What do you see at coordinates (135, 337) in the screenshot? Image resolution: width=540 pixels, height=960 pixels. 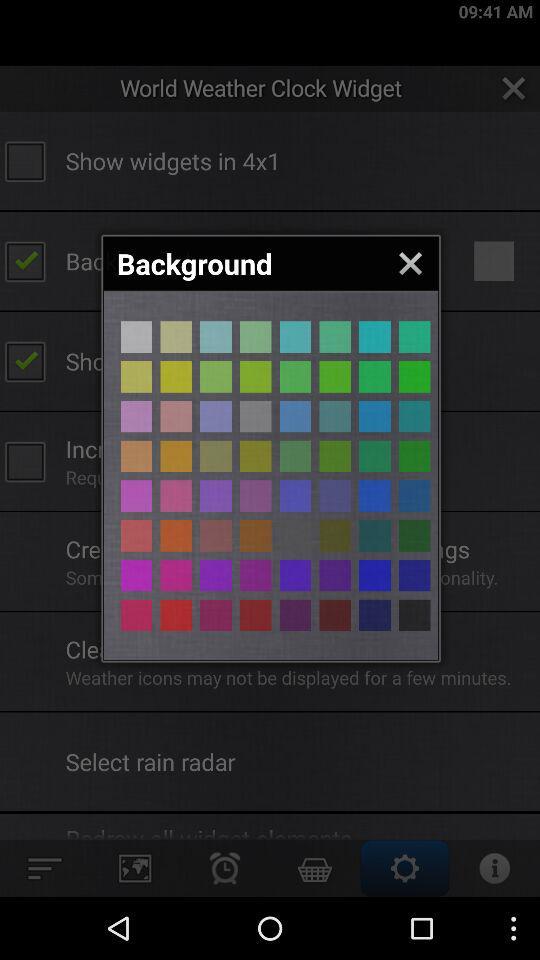 I see `different colour page` at bounding box center [135, 337].